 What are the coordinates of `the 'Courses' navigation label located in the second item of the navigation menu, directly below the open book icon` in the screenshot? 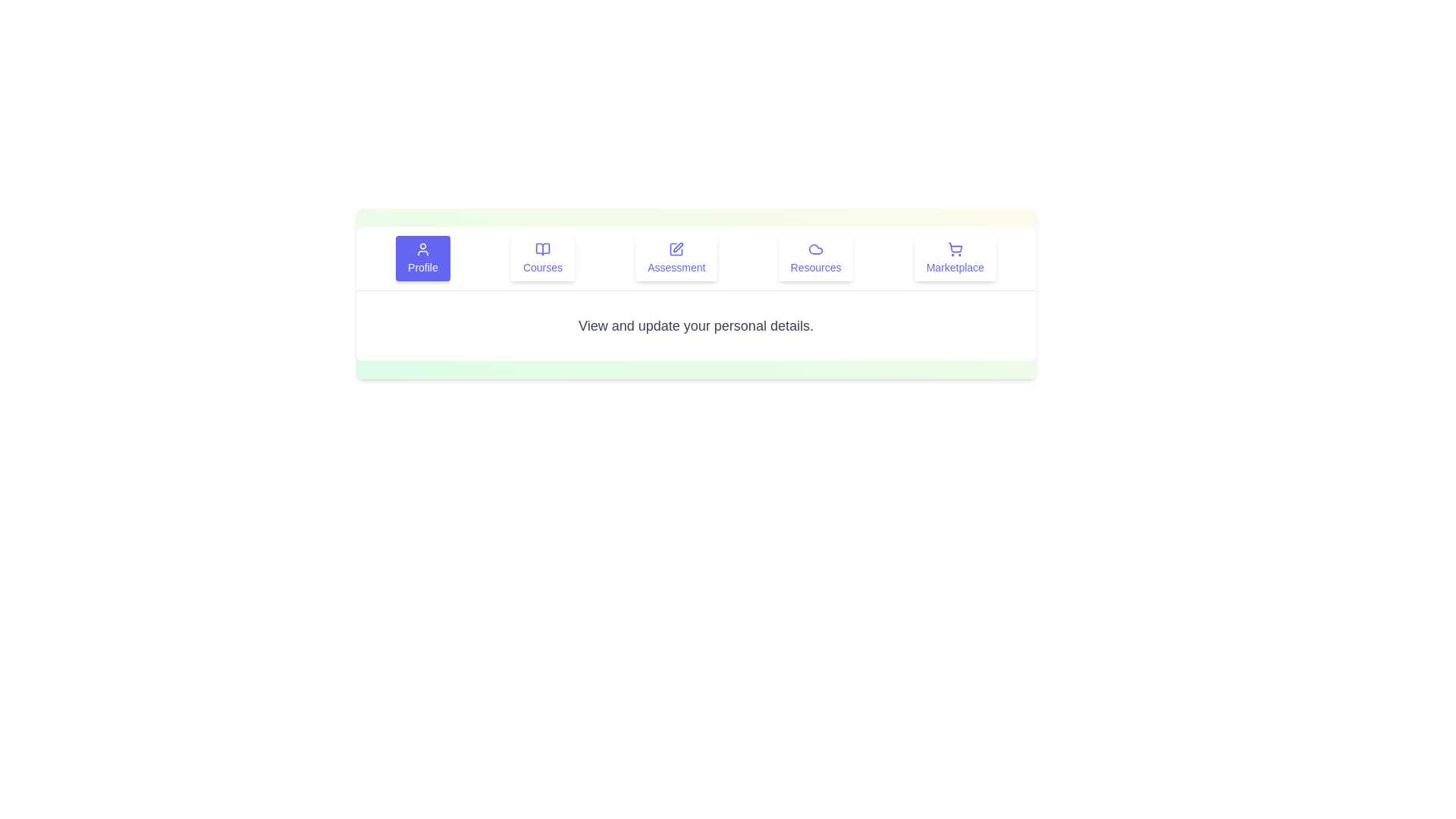 It's located at (542, 267).